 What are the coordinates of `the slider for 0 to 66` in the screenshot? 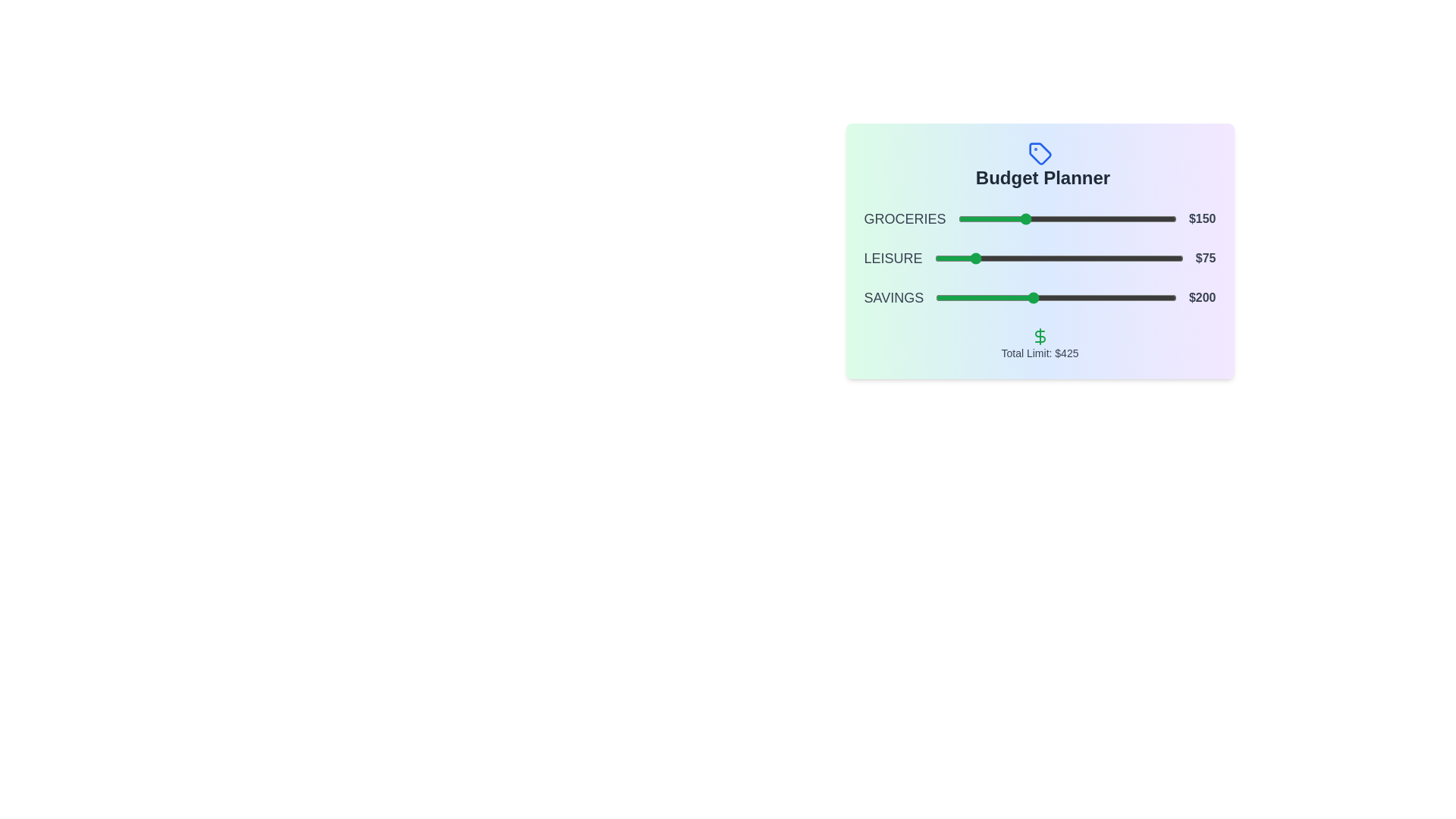 It's located at (987, 219).